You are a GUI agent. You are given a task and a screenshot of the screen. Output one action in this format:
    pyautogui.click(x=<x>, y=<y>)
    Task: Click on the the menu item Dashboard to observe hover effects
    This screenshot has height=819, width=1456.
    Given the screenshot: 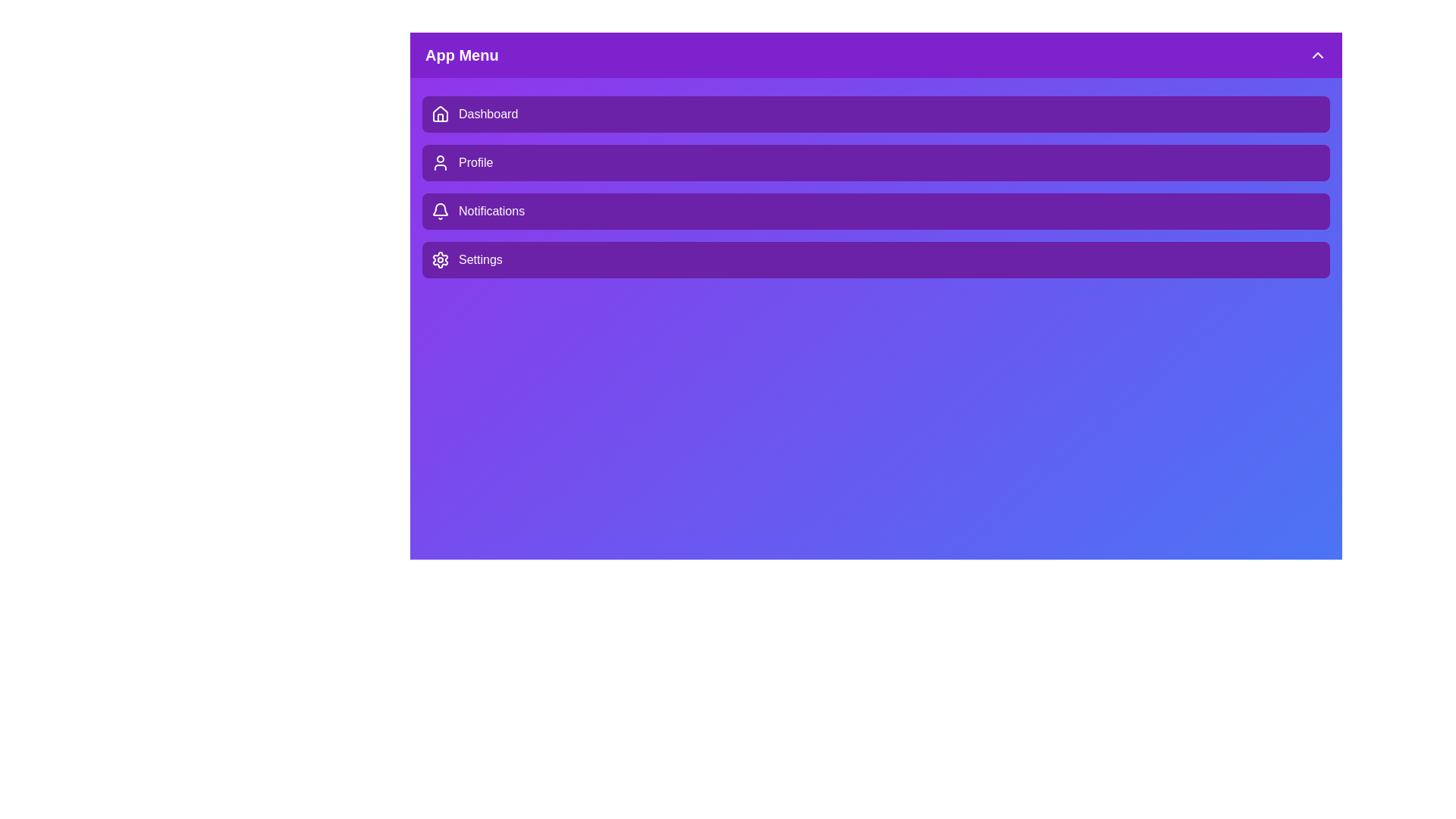 What is the action you would take?
    pyautogui.click(x=876, y=113)
    